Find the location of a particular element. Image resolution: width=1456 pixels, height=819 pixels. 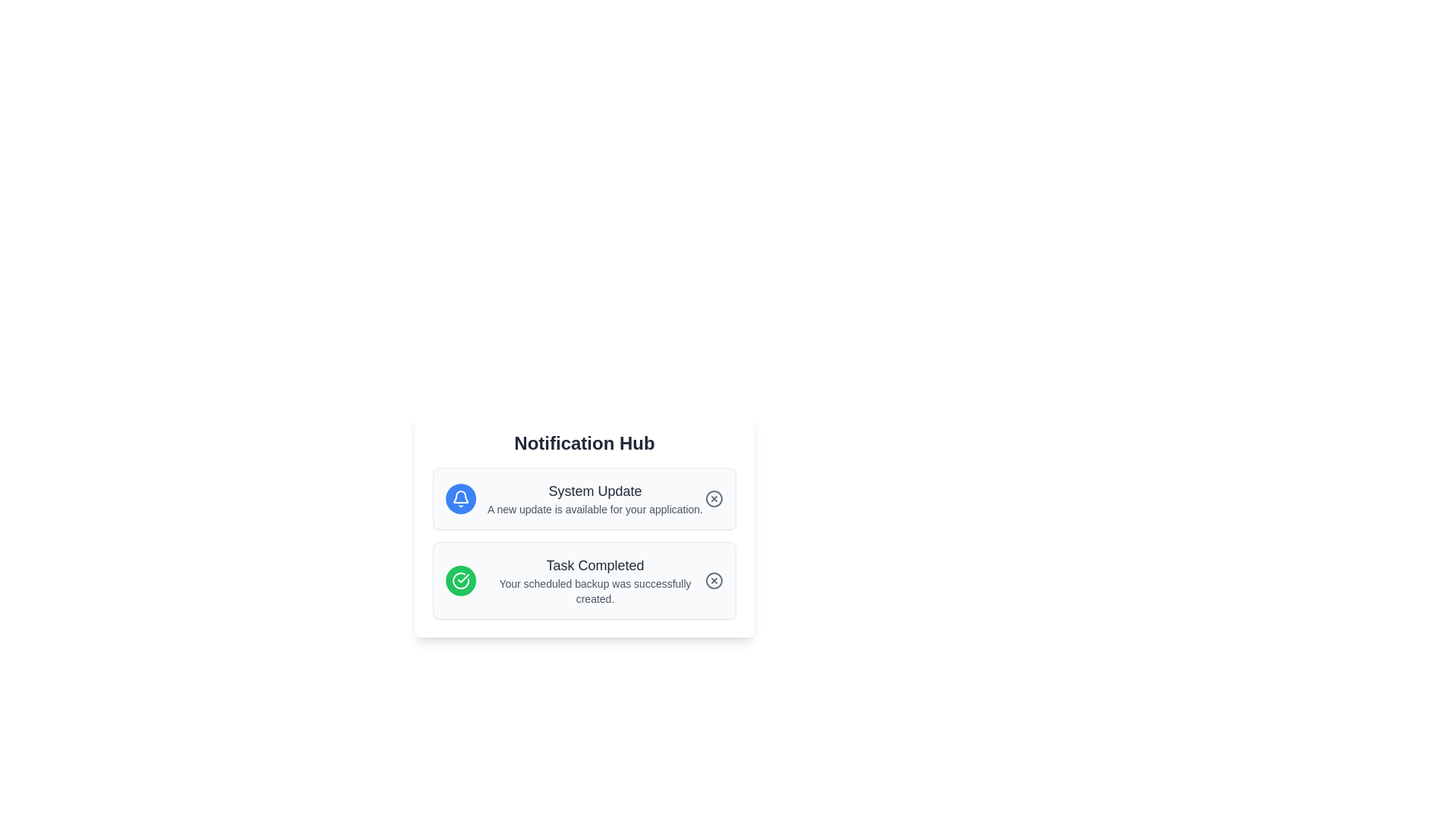

the text display element that shows the message 'A new update is available for your application.' located below the title 'System Update' in the notification card is located at coordinates (595, 509).